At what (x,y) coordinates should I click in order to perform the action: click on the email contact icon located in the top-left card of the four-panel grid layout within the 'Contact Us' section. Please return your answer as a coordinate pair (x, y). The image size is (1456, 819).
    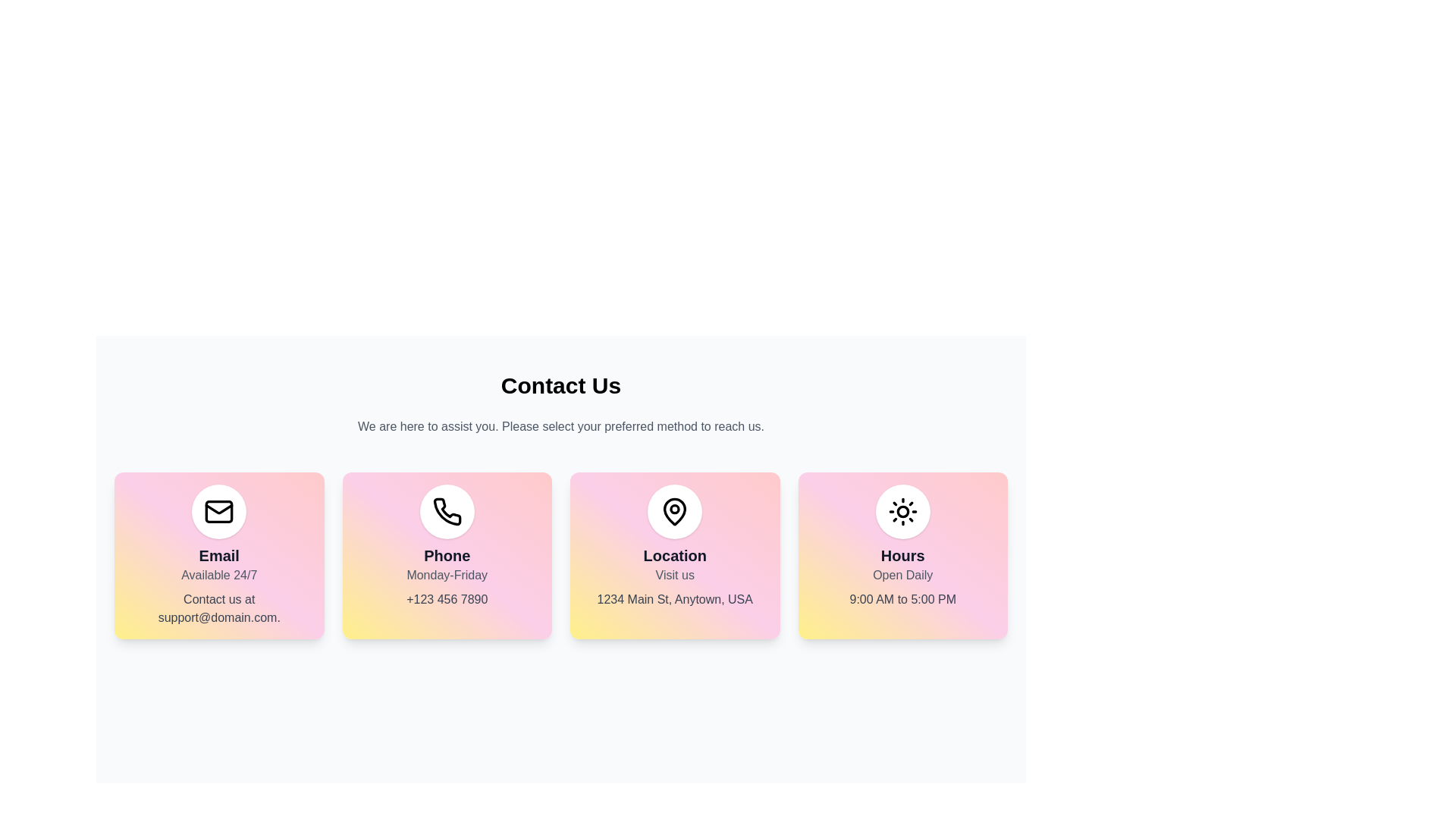
    Looking at the image, I should click on (218, 512).